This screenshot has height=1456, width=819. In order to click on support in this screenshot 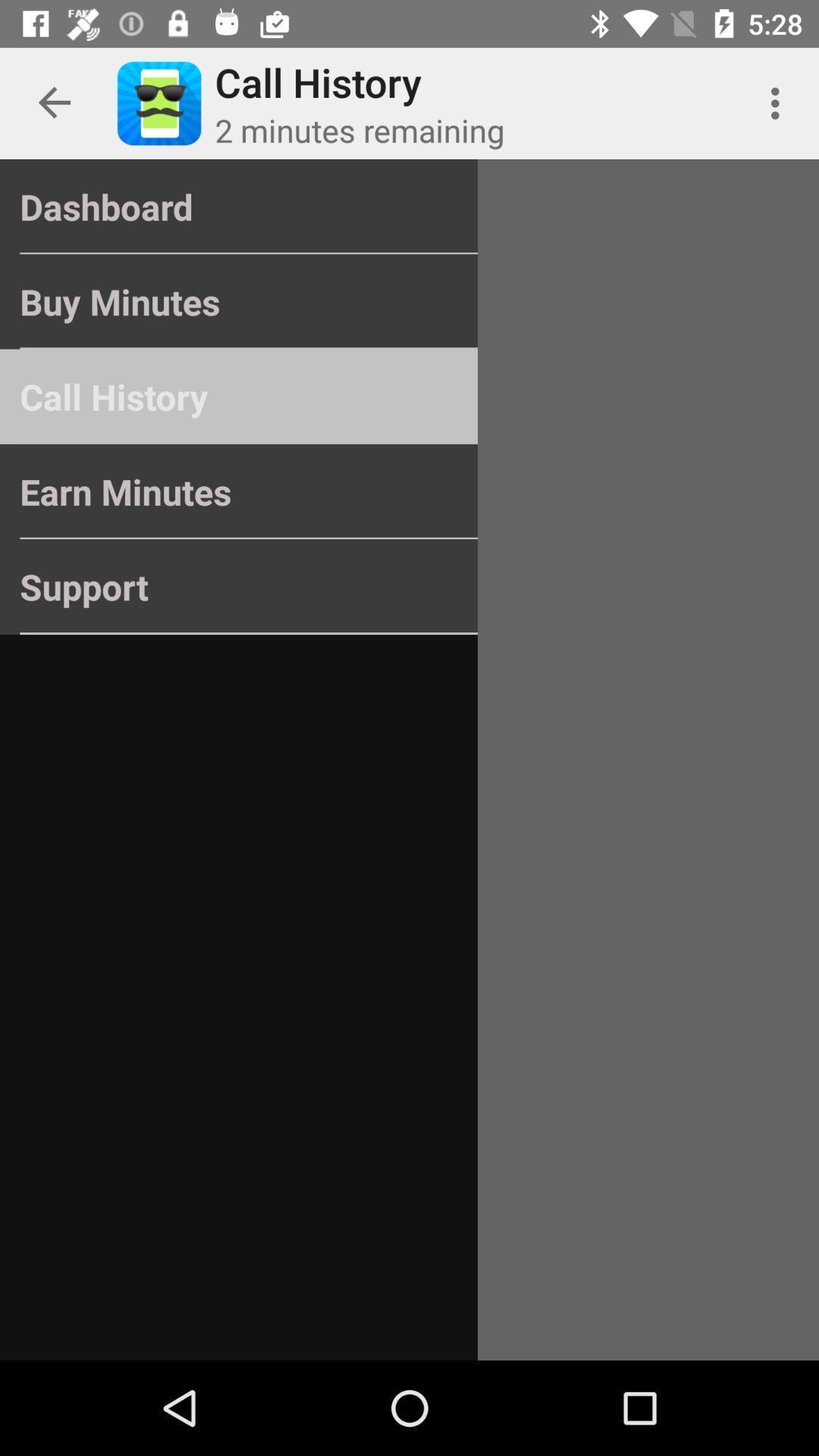, I will do `click(239, 585)`.